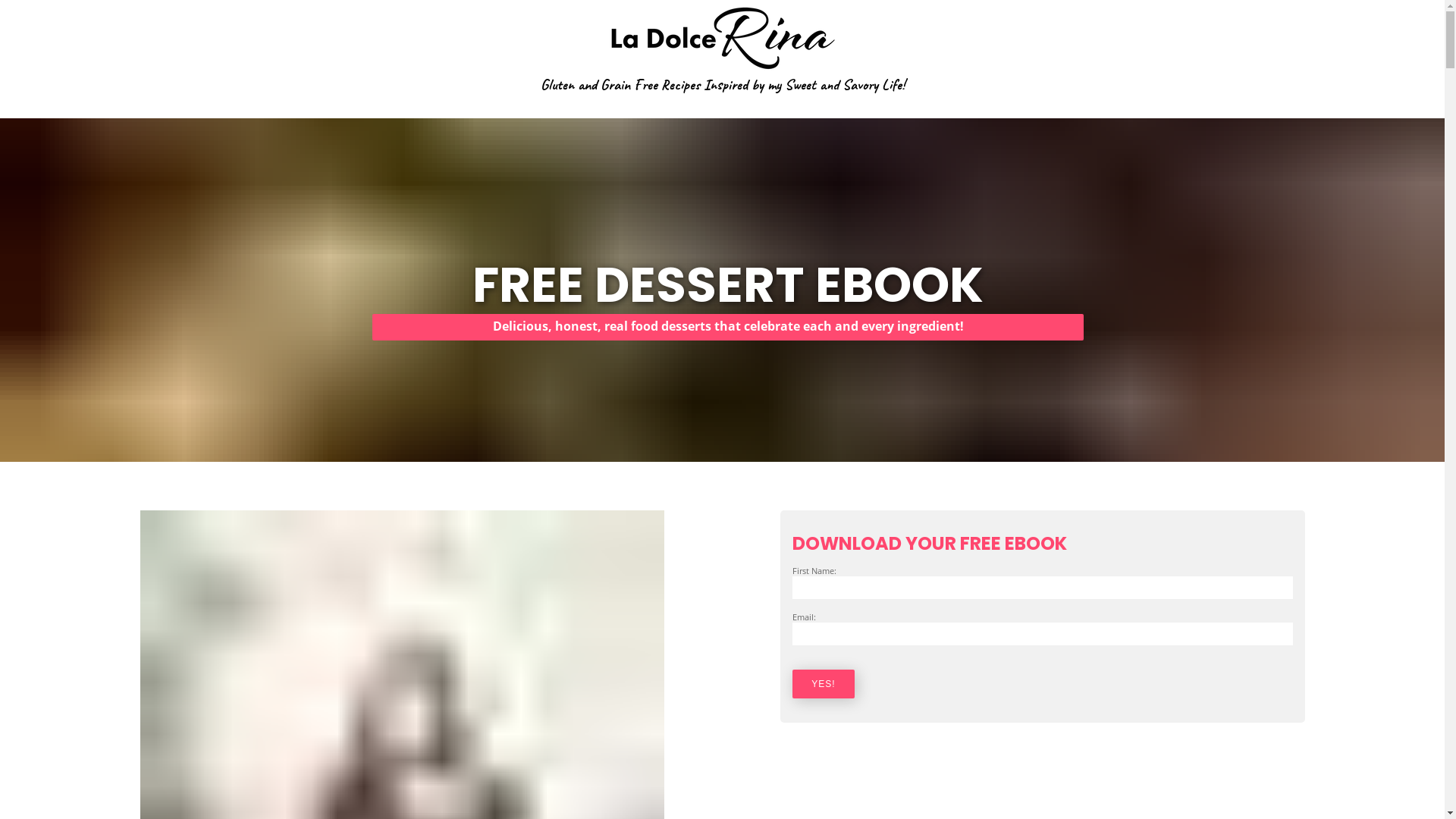  What do you see at coordinates (792, 684) in the screenshot?
I see `'YES!'` at bounding box center [792, 684].